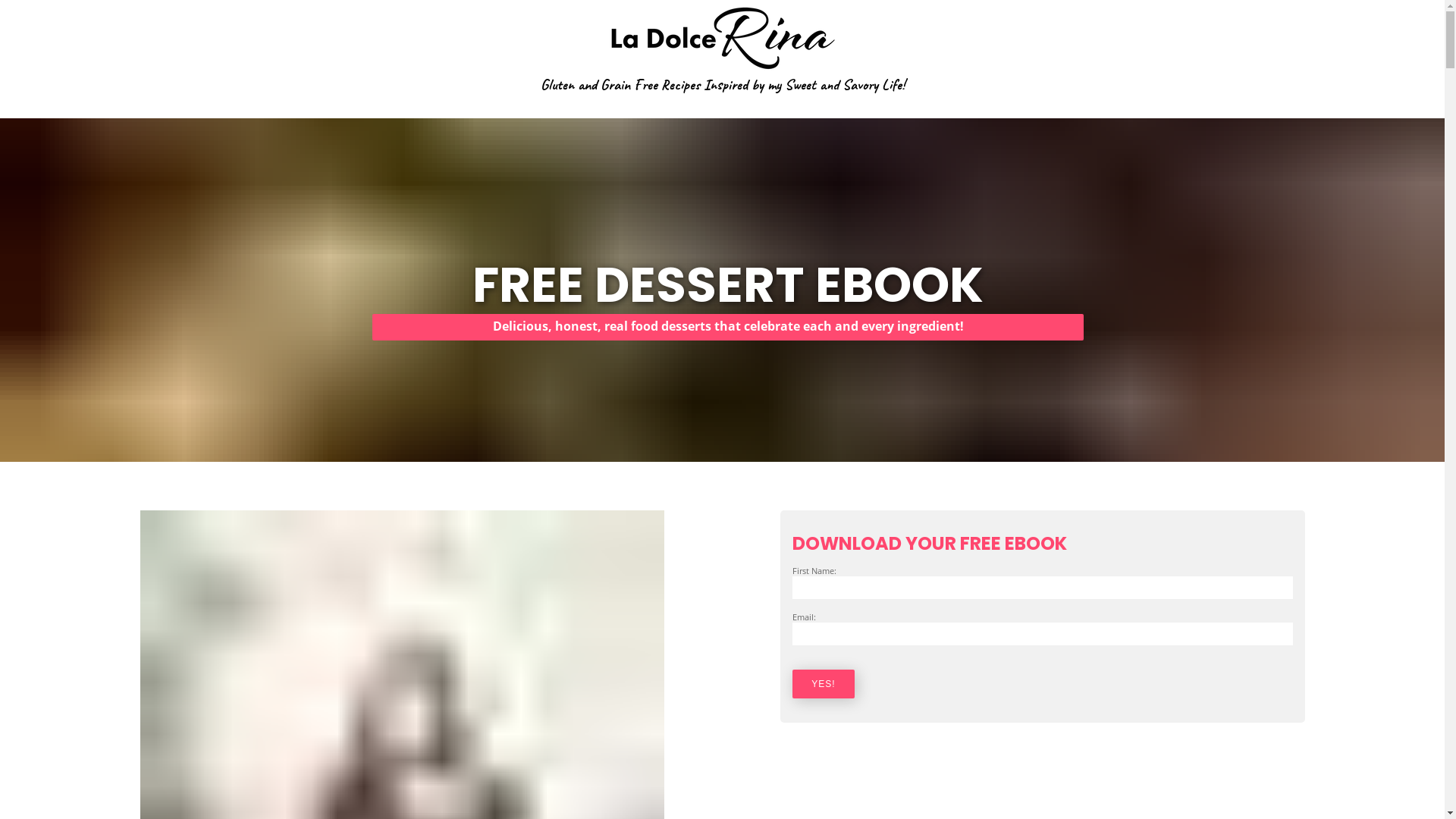  What do you see at coordinates (792, 684) in the screenshot?
I see `'YES!'` at bounding box center [792, 684].